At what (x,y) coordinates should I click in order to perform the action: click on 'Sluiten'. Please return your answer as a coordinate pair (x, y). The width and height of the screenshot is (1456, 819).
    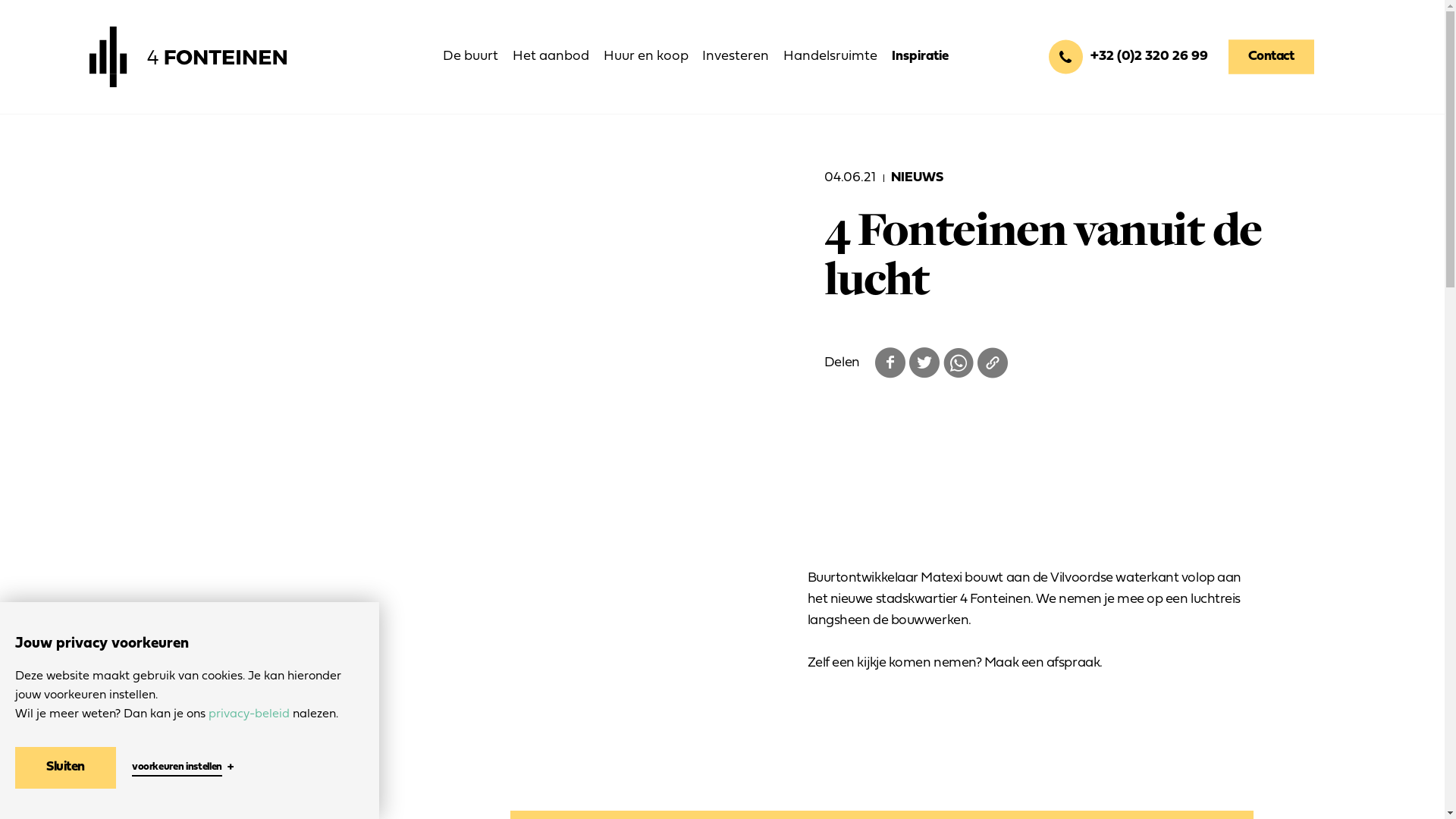
    Looking at the image, I should click on (64, 767).